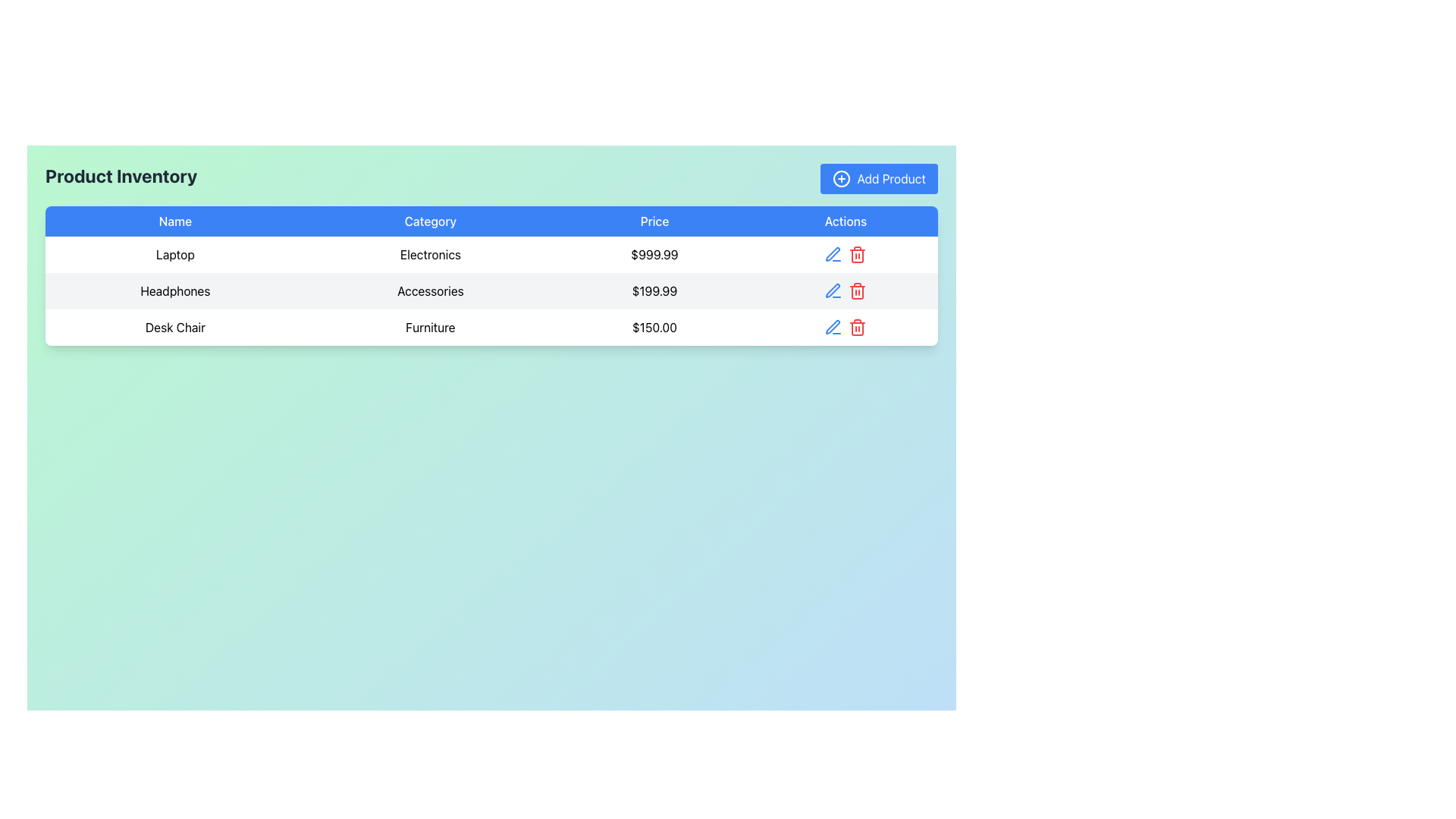 This screenshot has width=1456, height=819. What do you see at coordinates (429, 291) in the screenshot?
I see `the 'Accessories' text label located in the second row of the table under the 'Category' column, which is styled in black text on a light gray background` at bounding box center [429, 291].